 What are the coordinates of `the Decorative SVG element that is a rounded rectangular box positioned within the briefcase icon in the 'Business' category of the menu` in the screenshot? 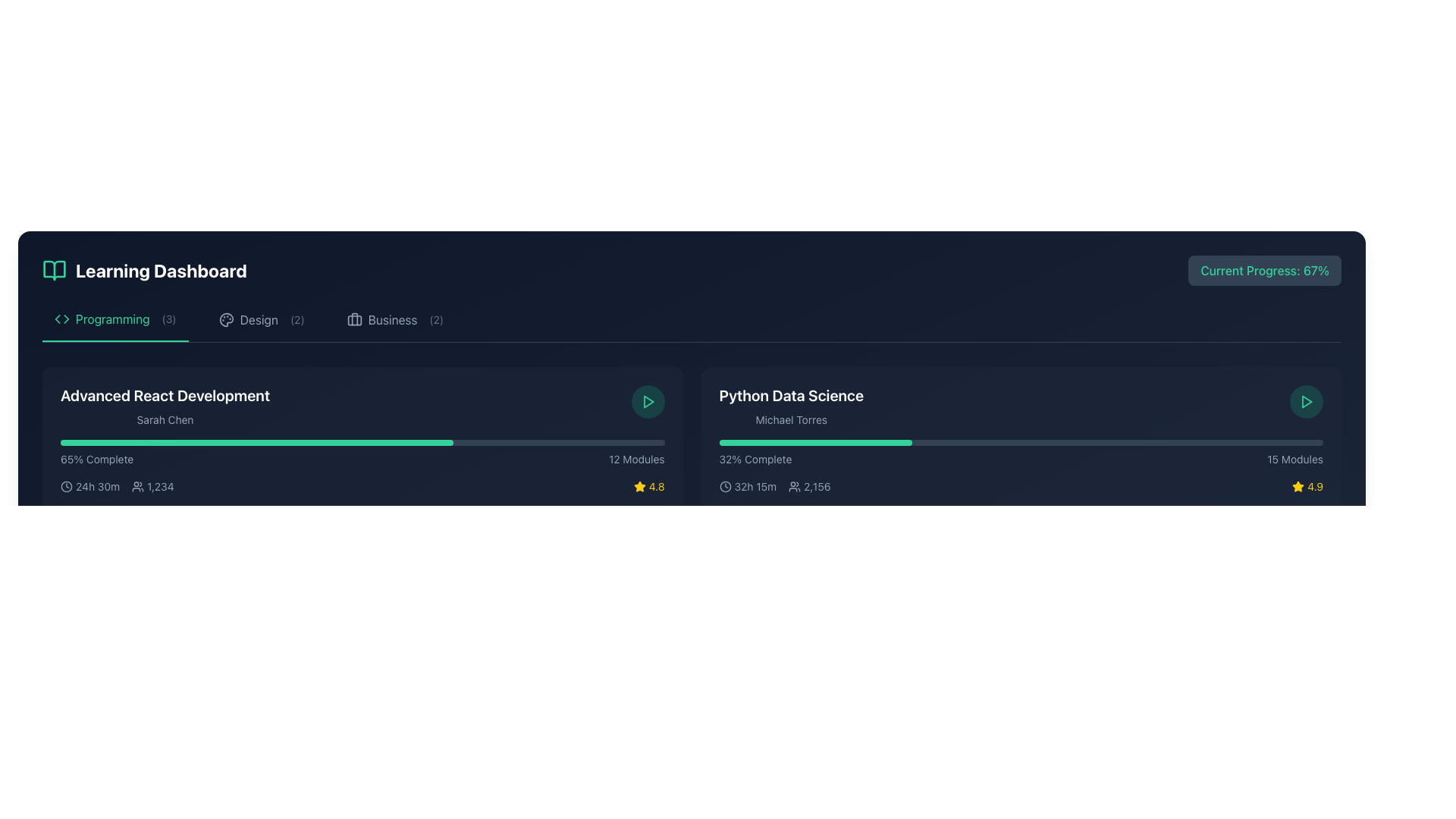 It's located at (353, 319).